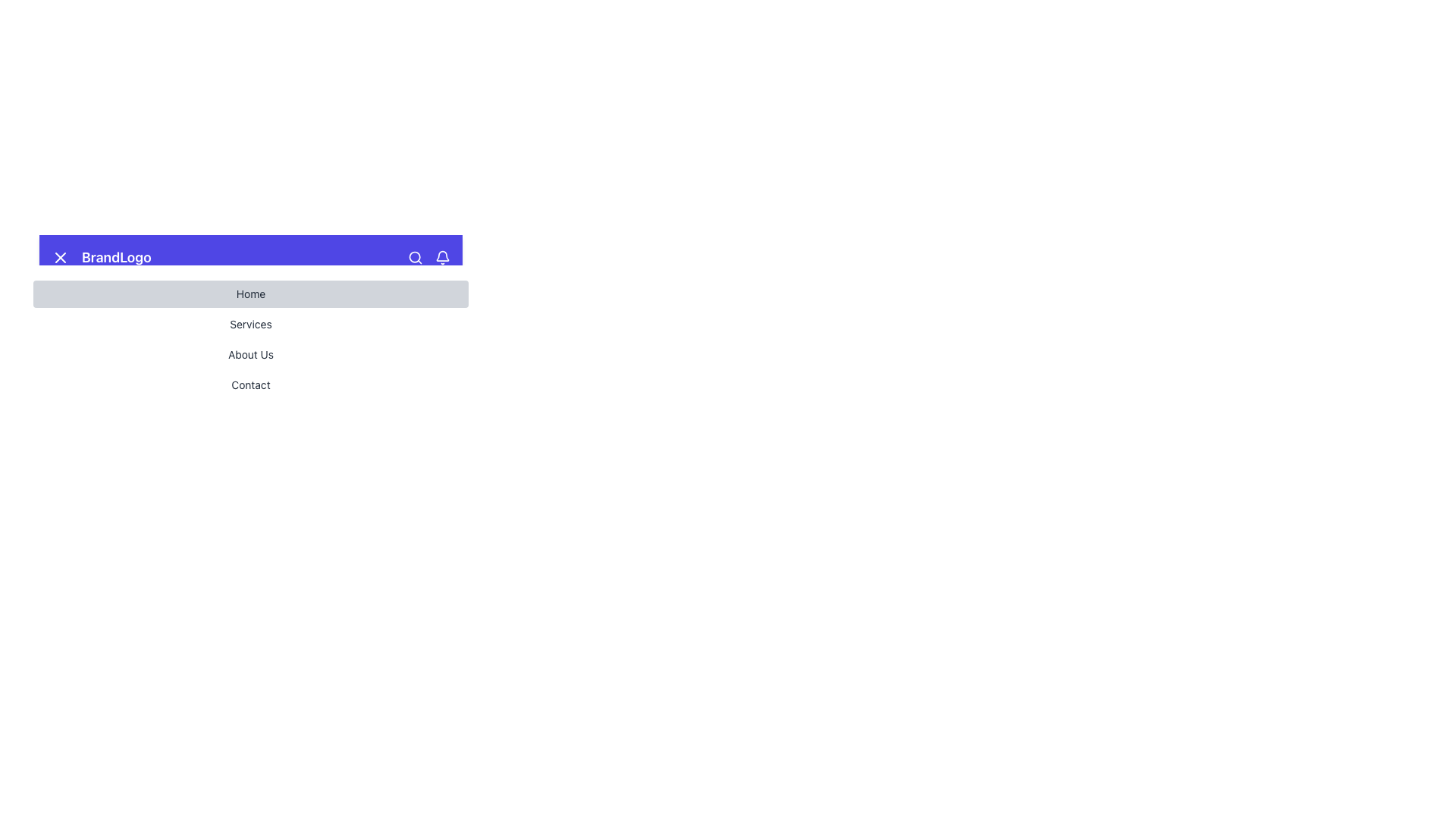 The image size is (1456, 819). Describe the element at coordinates (251, 294) in the screenshot. I see `the 'Home' button, which is the first item in a vertical list of navigation options` at that location.